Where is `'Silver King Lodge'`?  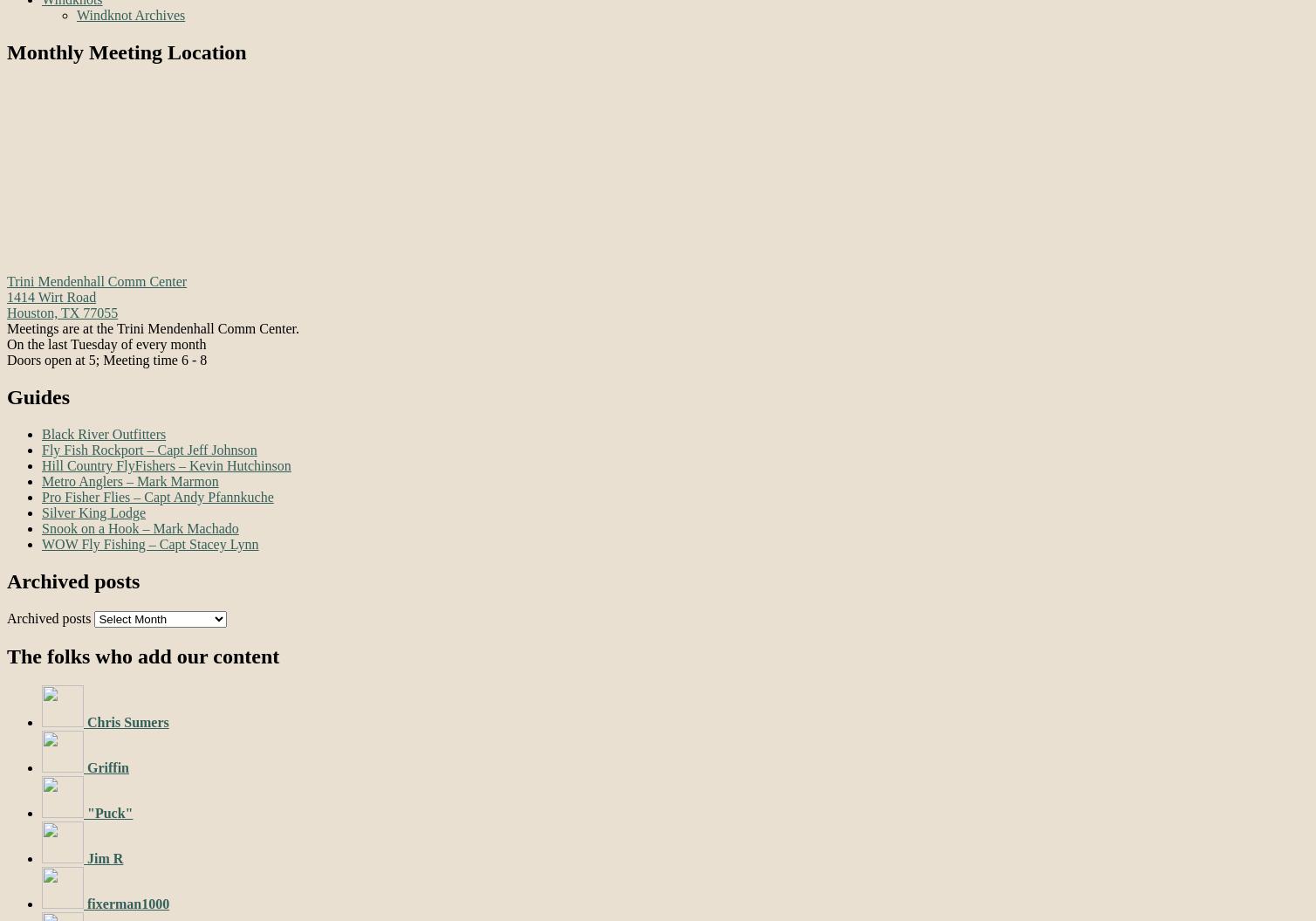 'Silver King Lodge' is located at coordinates (93, 511).